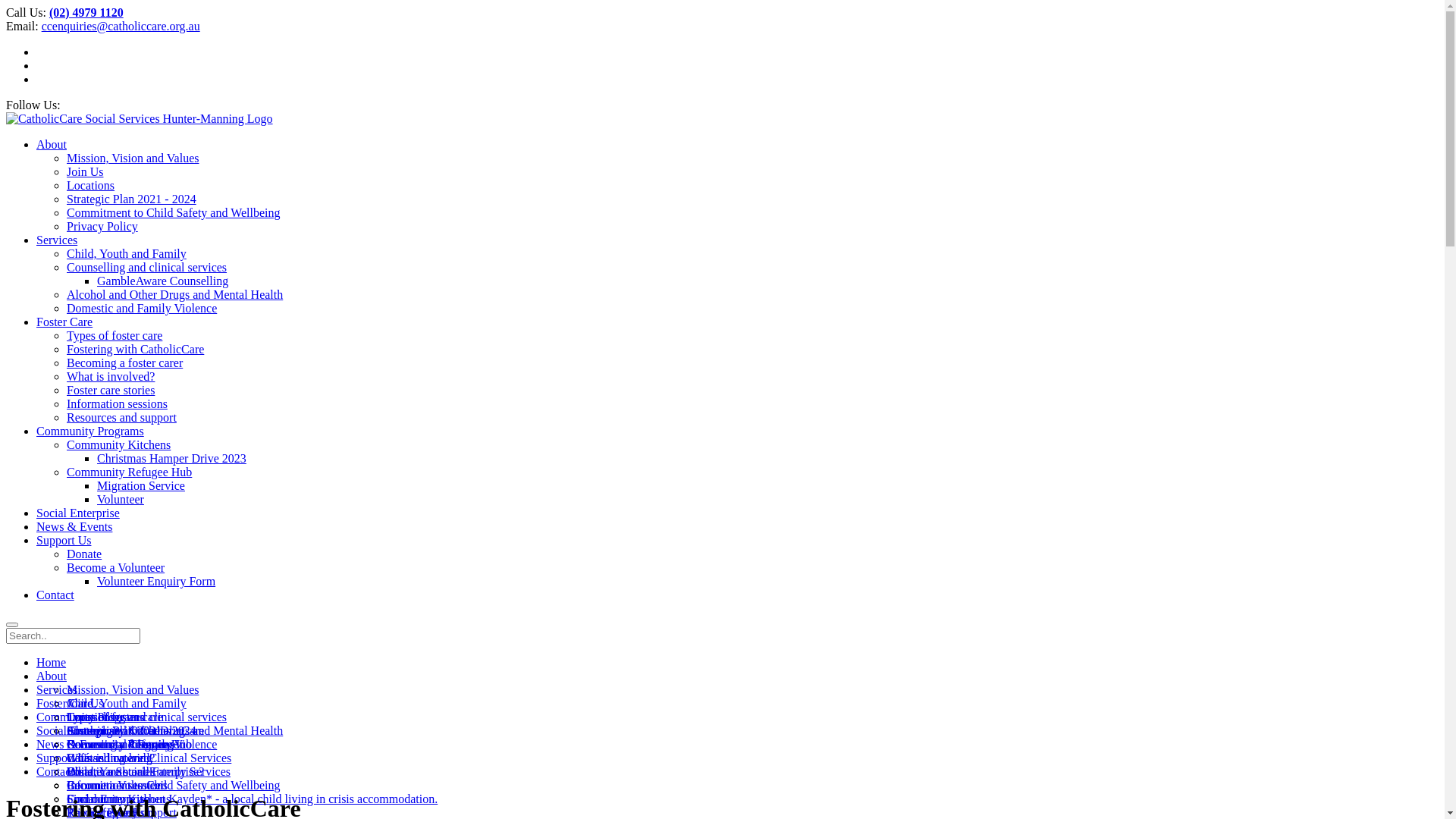  Describe the element at coordinates (109, 389) in the screenshot. I see `'Foster care stories'` at that location.